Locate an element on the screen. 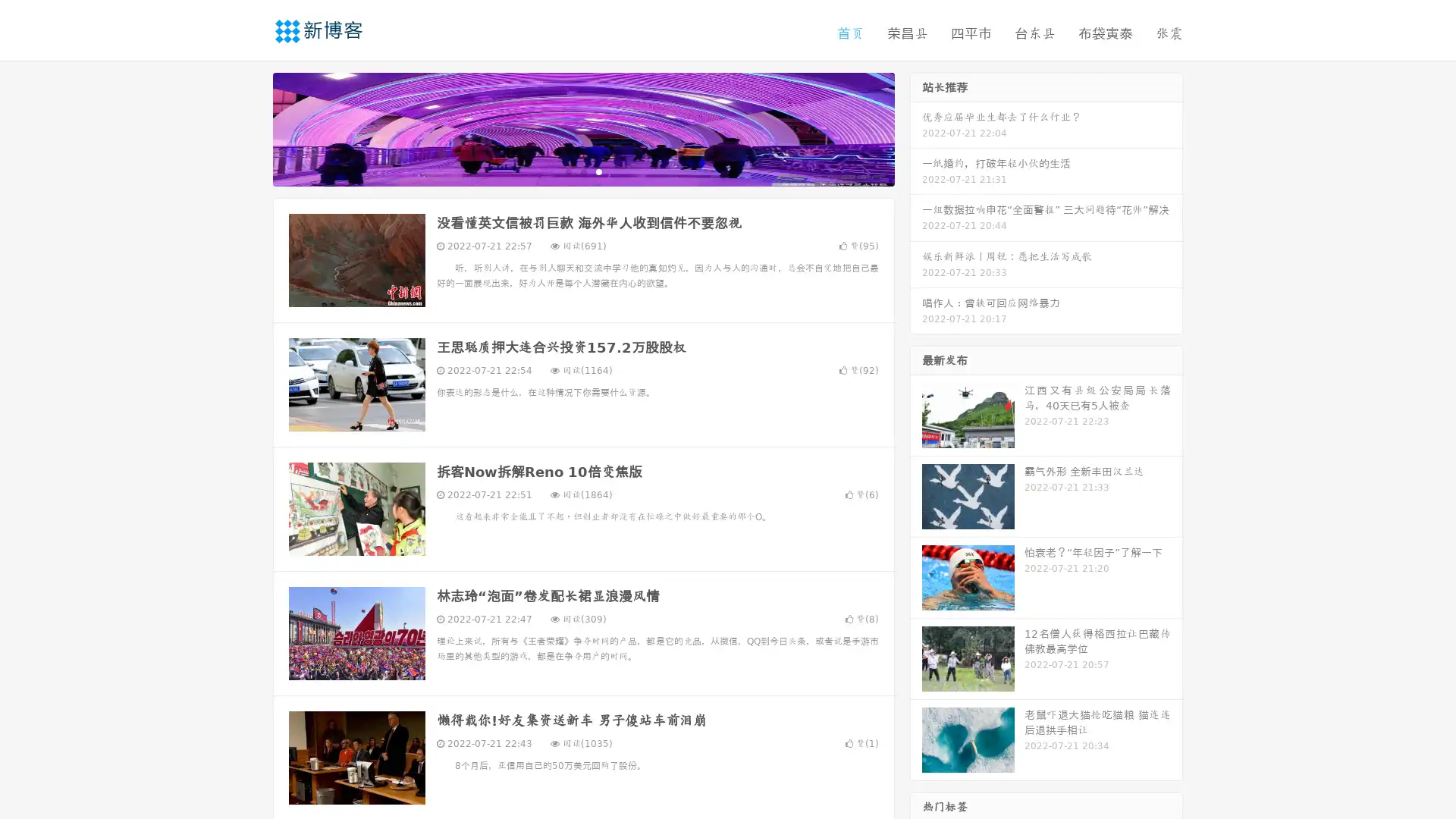 This screenshot has height=819, width=1456. Go to slide 3 is located at coordinates (598, 171).